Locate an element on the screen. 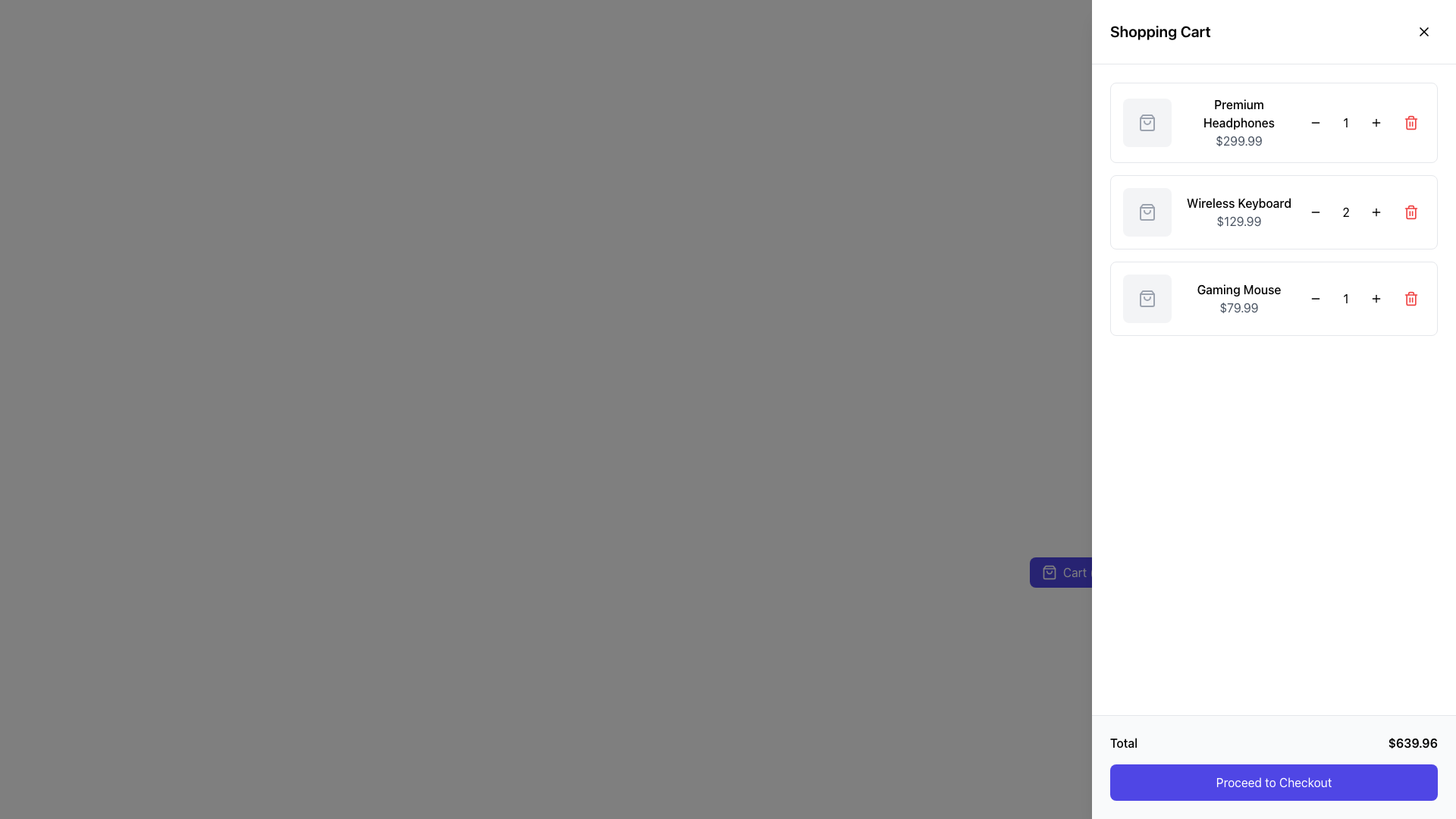 The height and width of the screenshot is (819, 1456). the numerical value '2' displayed in the text label indicating the quantity of the 'Wireless Keyboard' in the shopping cart, which is centrally aligned with decrement and increment buttons is located at coordinates (1346, 212).